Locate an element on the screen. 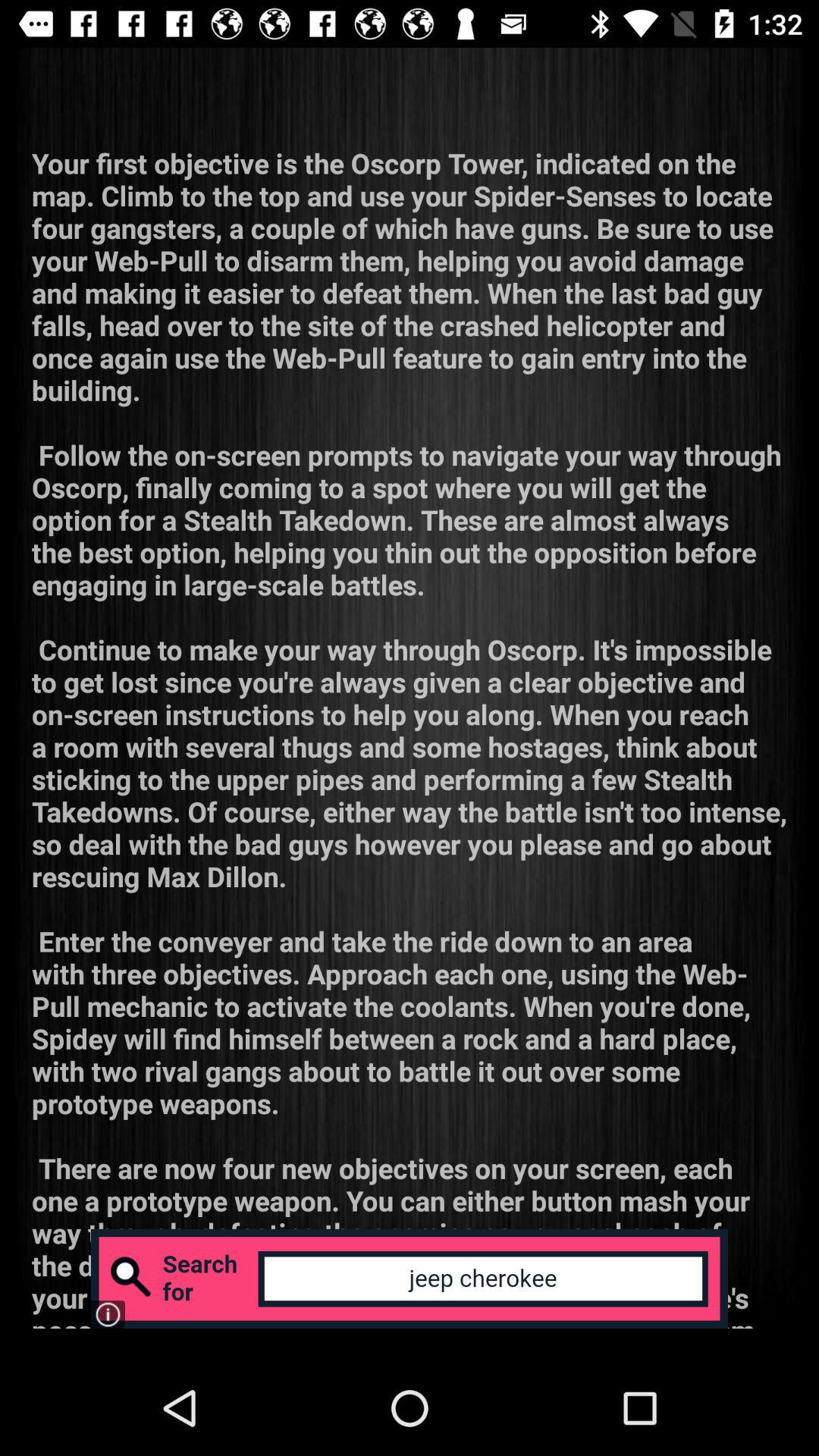  search for information is located at coordinates (409, 1278).